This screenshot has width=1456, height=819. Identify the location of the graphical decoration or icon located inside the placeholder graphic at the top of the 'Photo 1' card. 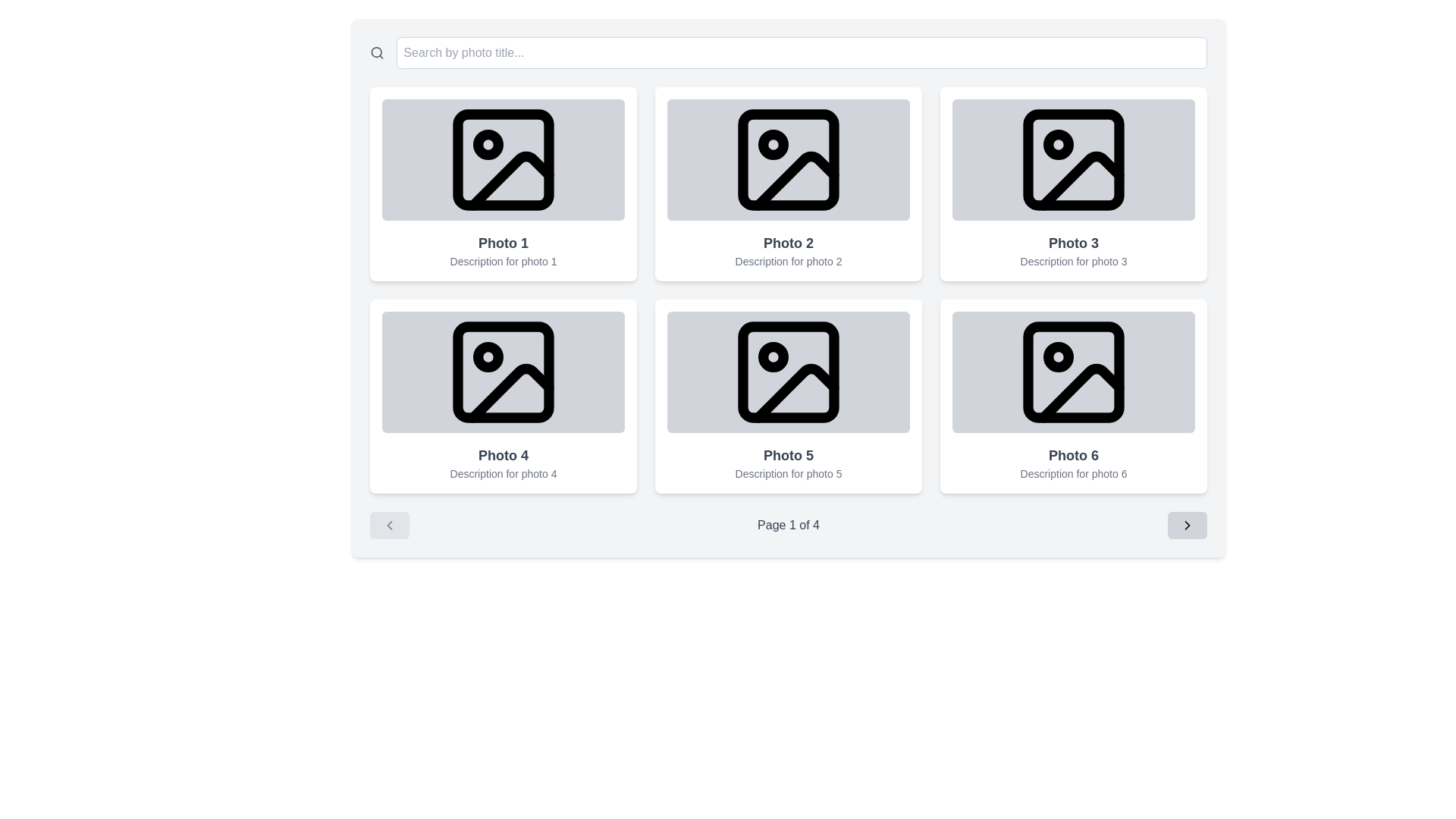
(488, 145).